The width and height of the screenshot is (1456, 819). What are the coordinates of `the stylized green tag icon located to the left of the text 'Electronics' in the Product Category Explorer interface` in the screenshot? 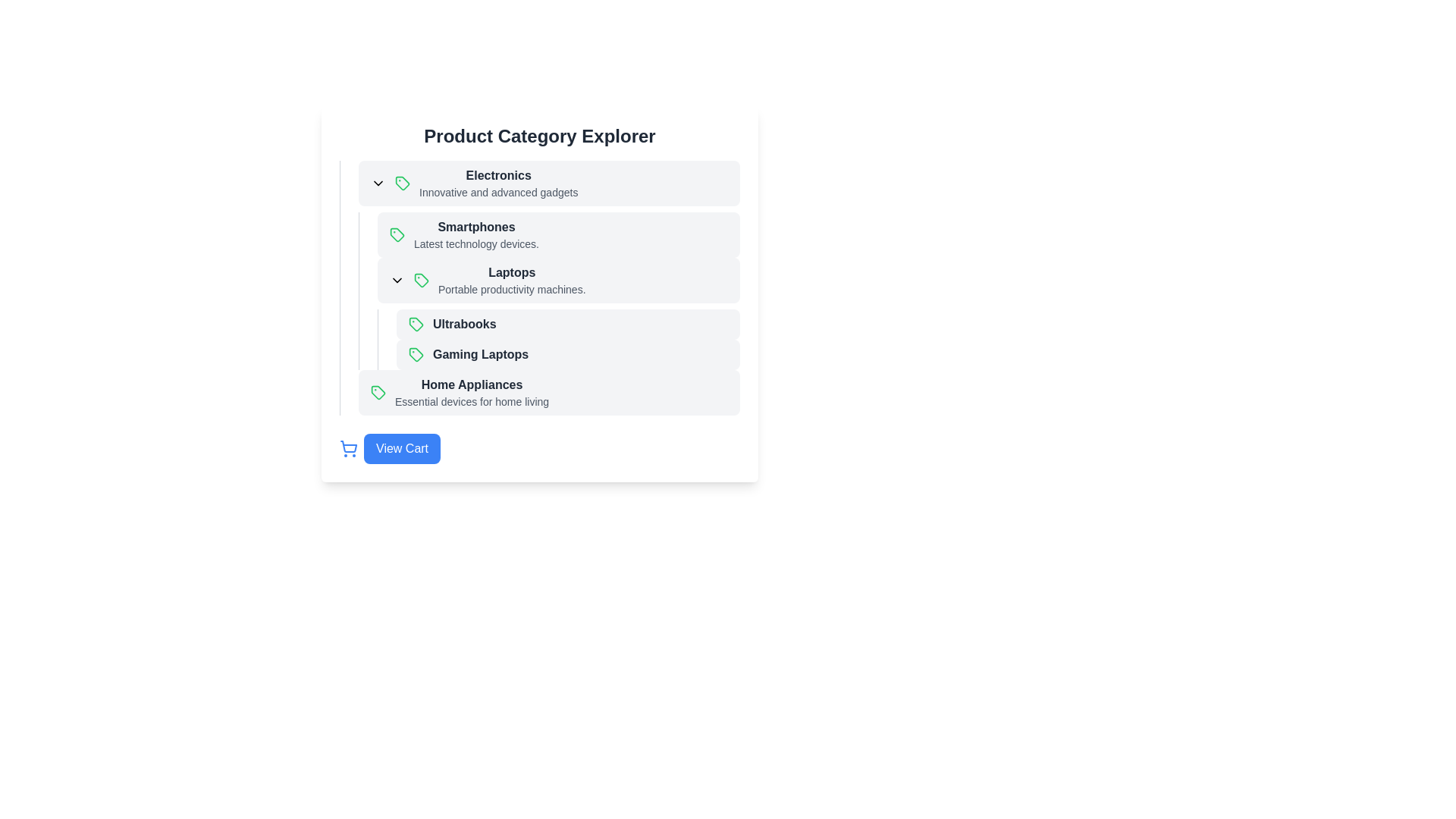 It's located at (403, 183).